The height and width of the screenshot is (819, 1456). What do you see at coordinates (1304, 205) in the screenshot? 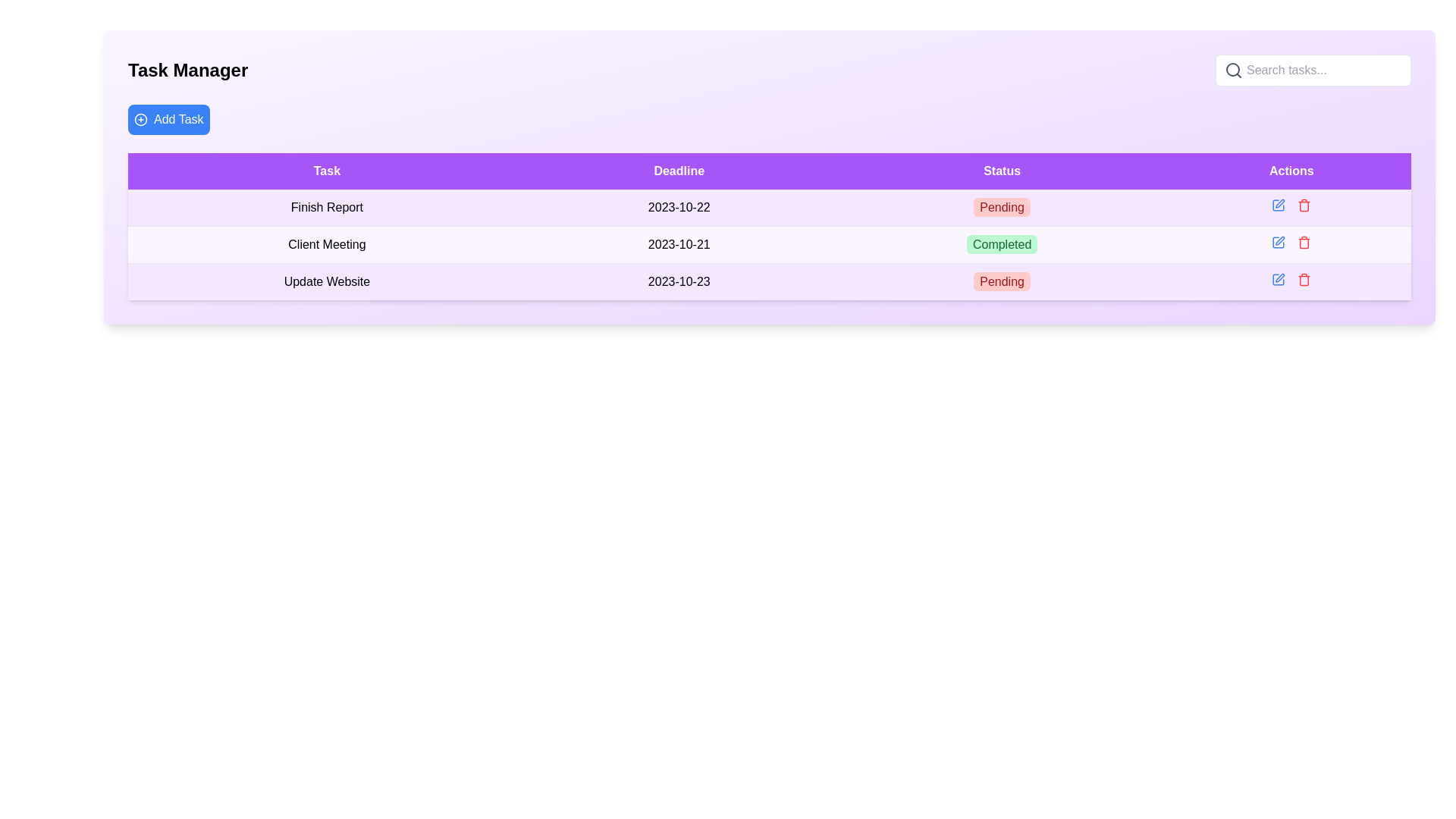
I see `the red trash icon, which is the second interactive icon in the actions column for the 'Update Website' task` at bounding box center [1304, 205].